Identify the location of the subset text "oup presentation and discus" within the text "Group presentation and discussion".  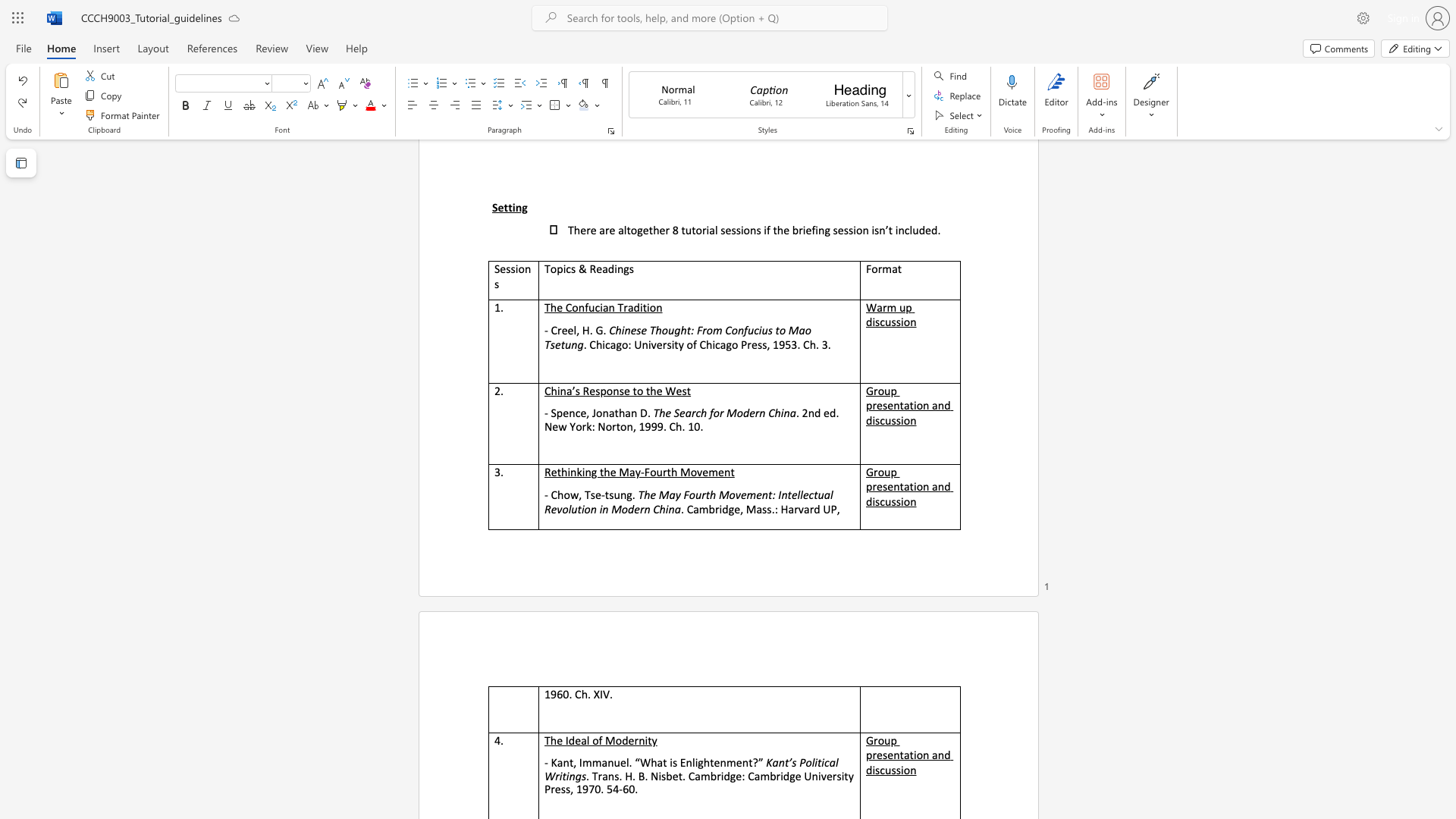
(877, 739).